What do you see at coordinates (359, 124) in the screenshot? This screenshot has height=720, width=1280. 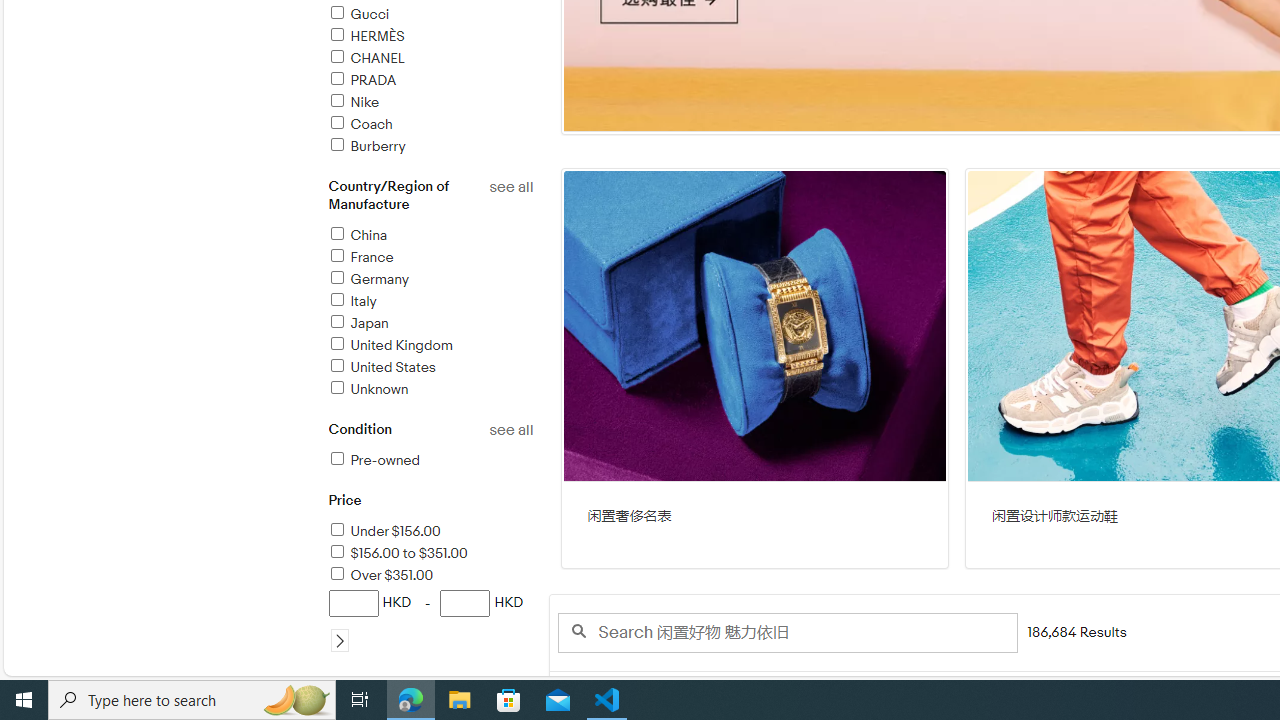 I see `'Coach'` at bounding box center [359, 124].